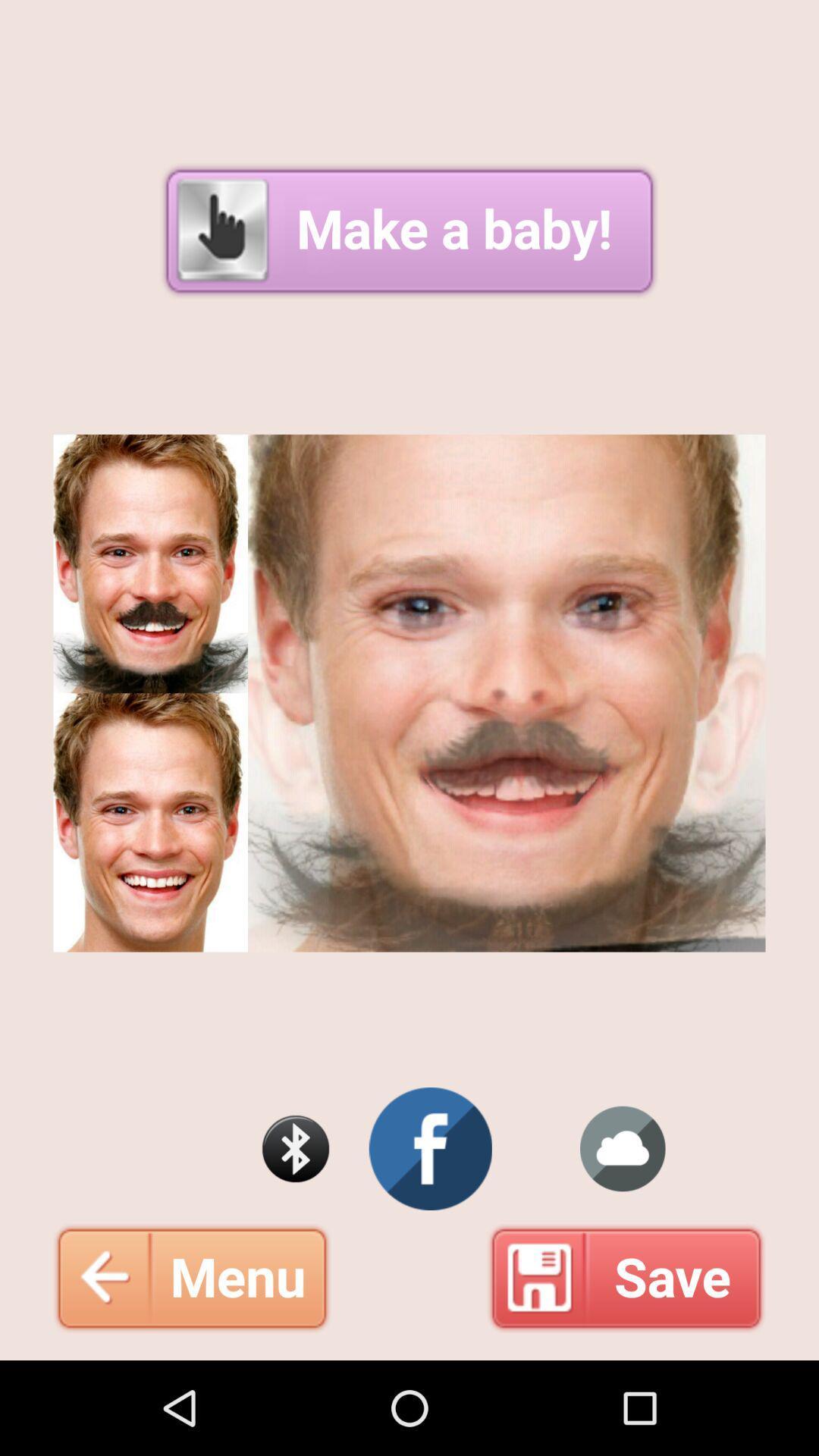 This screenshot has height=1456, width=819. What do you see at coordinates (431, 1149) in the screenshot?
I see `facebook button` at bounding box center [431, 1149].